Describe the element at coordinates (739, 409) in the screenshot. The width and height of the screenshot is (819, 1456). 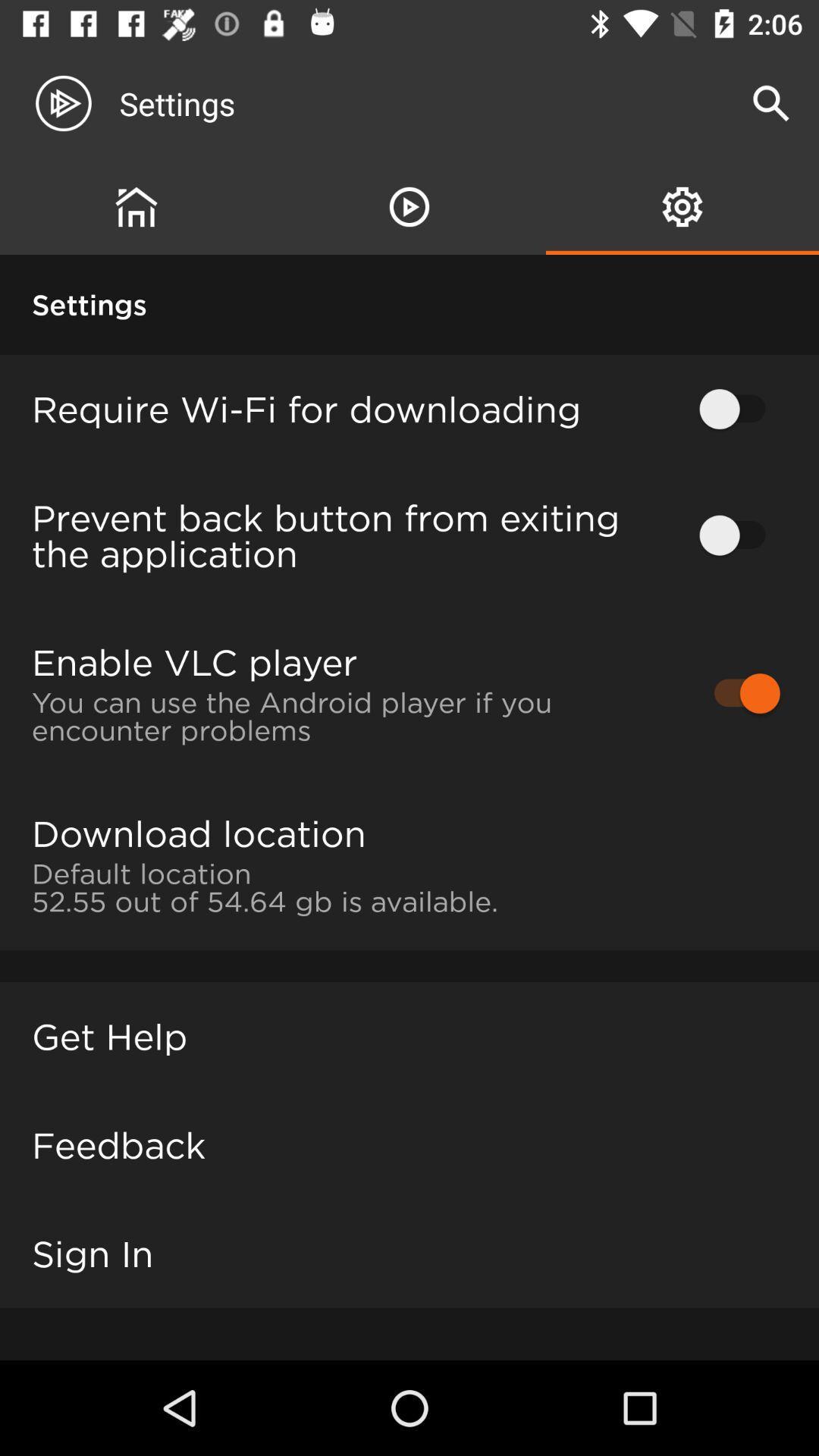
I see `the button which is beside the require wifi for downloading` at that location.